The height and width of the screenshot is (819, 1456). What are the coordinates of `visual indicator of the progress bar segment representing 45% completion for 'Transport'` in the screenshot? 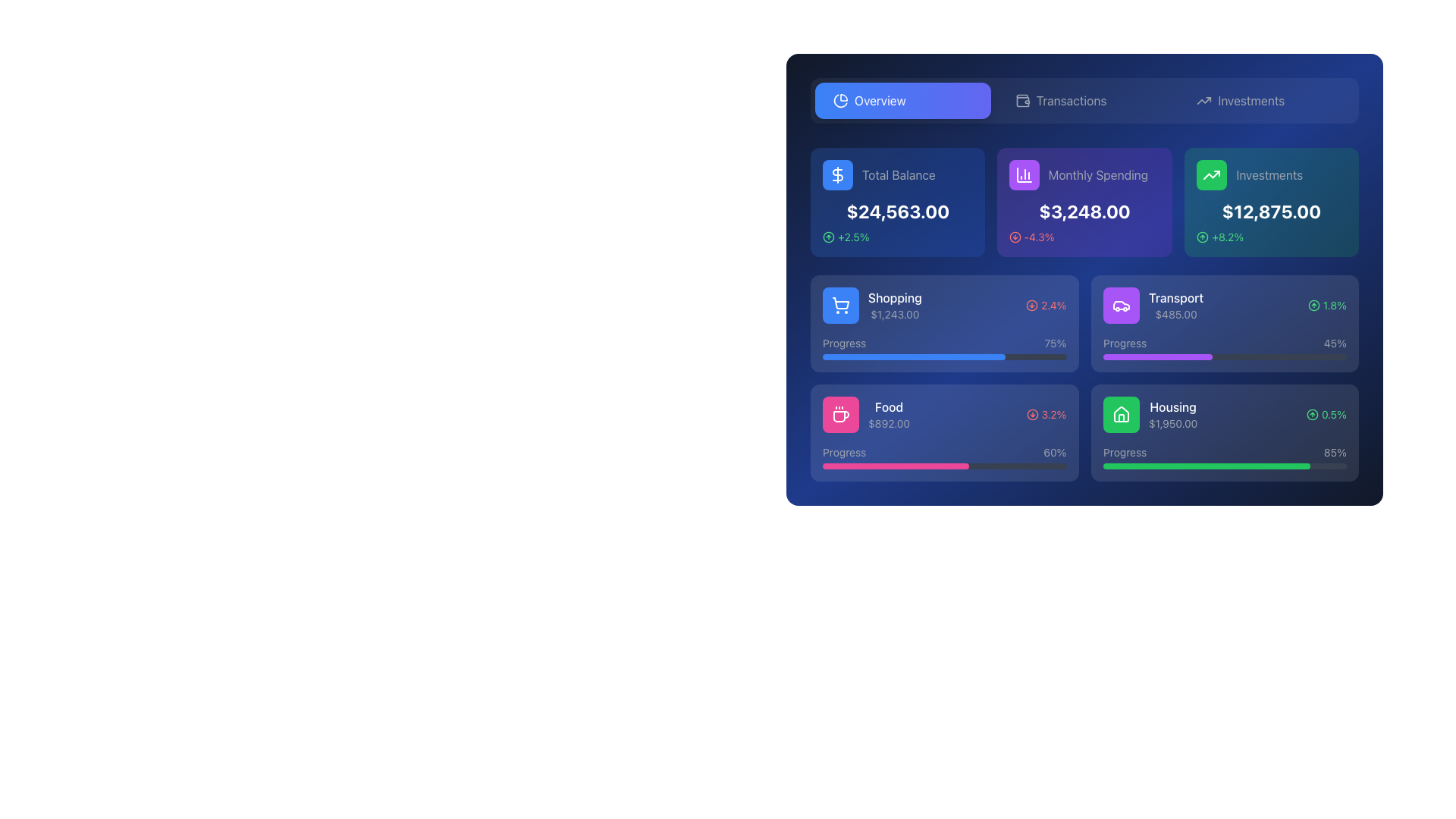 It's located at (1156, 356).